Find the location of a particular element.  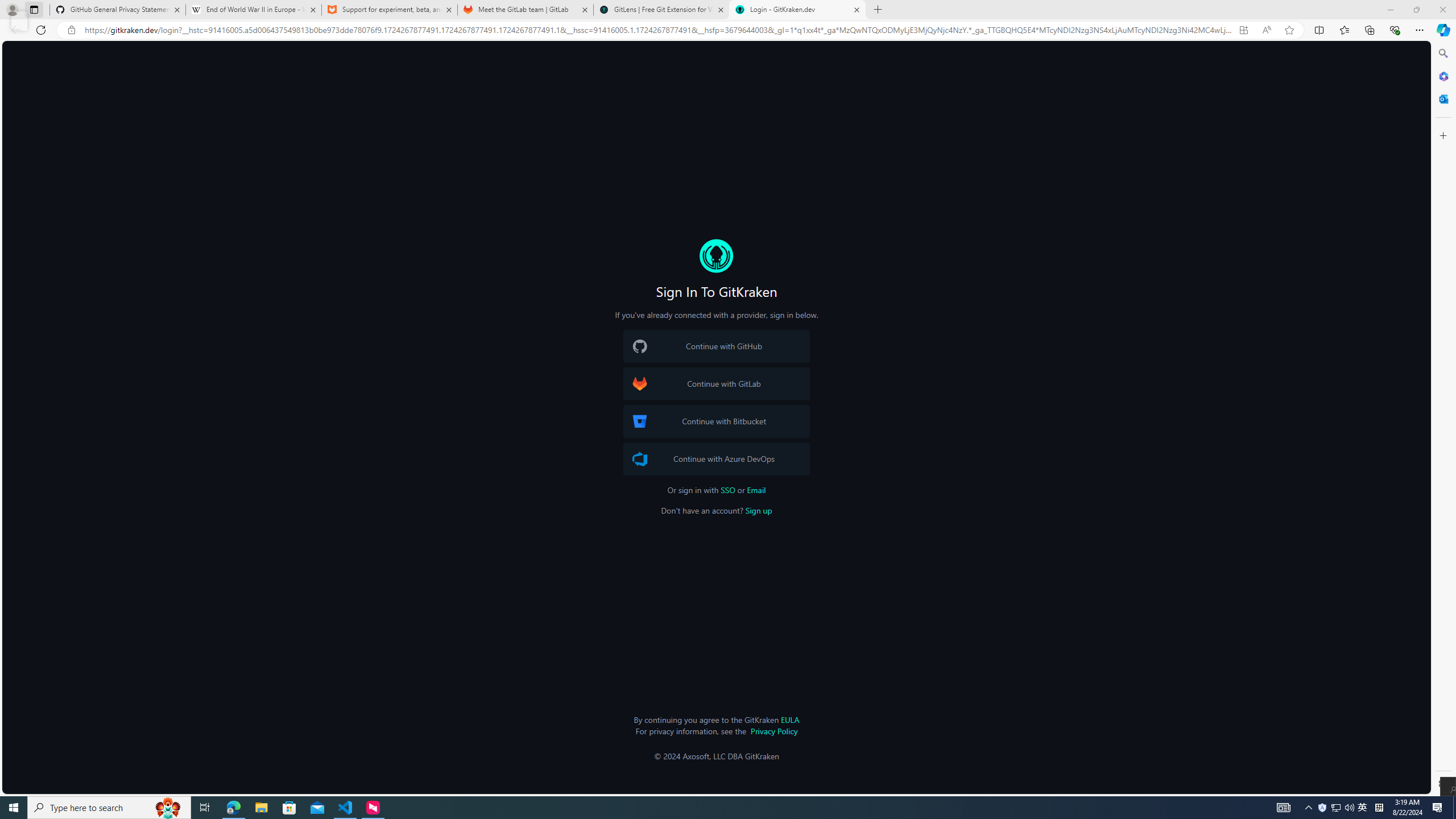

'App available. Install GitKraken.dev' is located at coordinates (1243, 30).